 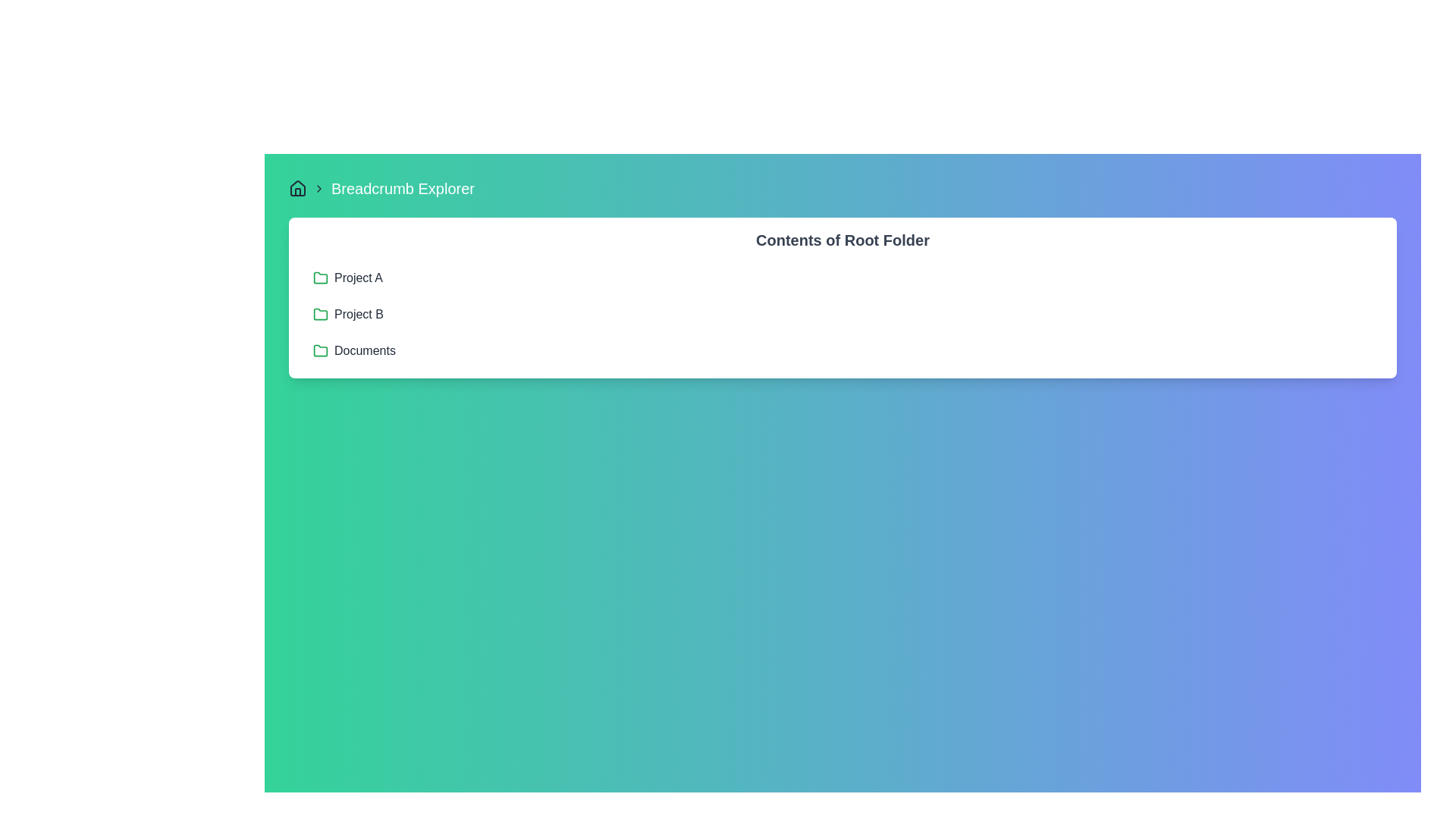 I want to click on the 'home' icon located at the top-left corner of the interface, adjacent to the text 'Breadcrumb Explorer', so click(x=298, y=187).